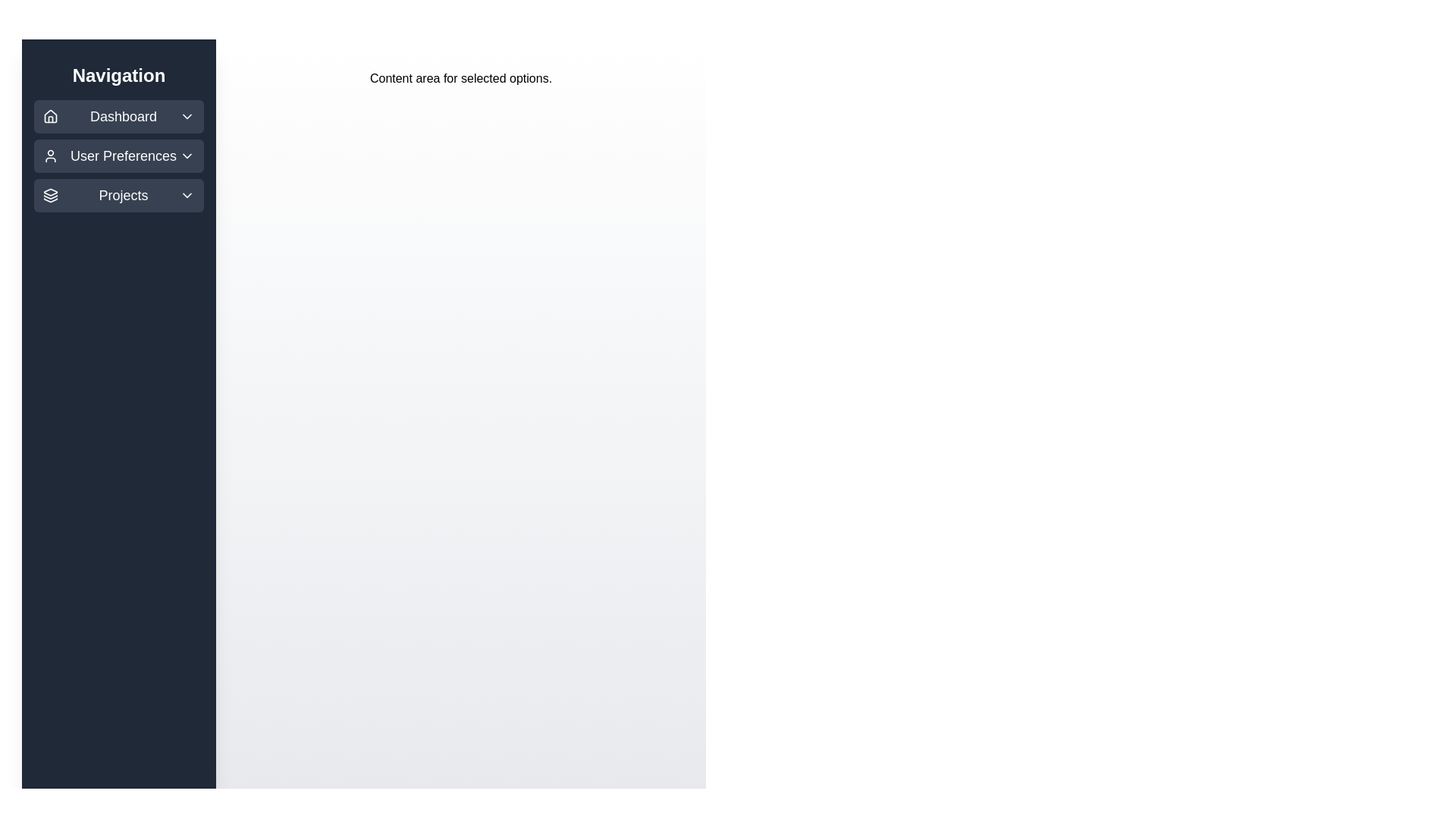 This screenshot has height=819, width=1456. Describe the element at coordinates (186, 195) in the screenshot. I see `the Dropdown toggle icon for the 'Projects' navigation item` at that location.